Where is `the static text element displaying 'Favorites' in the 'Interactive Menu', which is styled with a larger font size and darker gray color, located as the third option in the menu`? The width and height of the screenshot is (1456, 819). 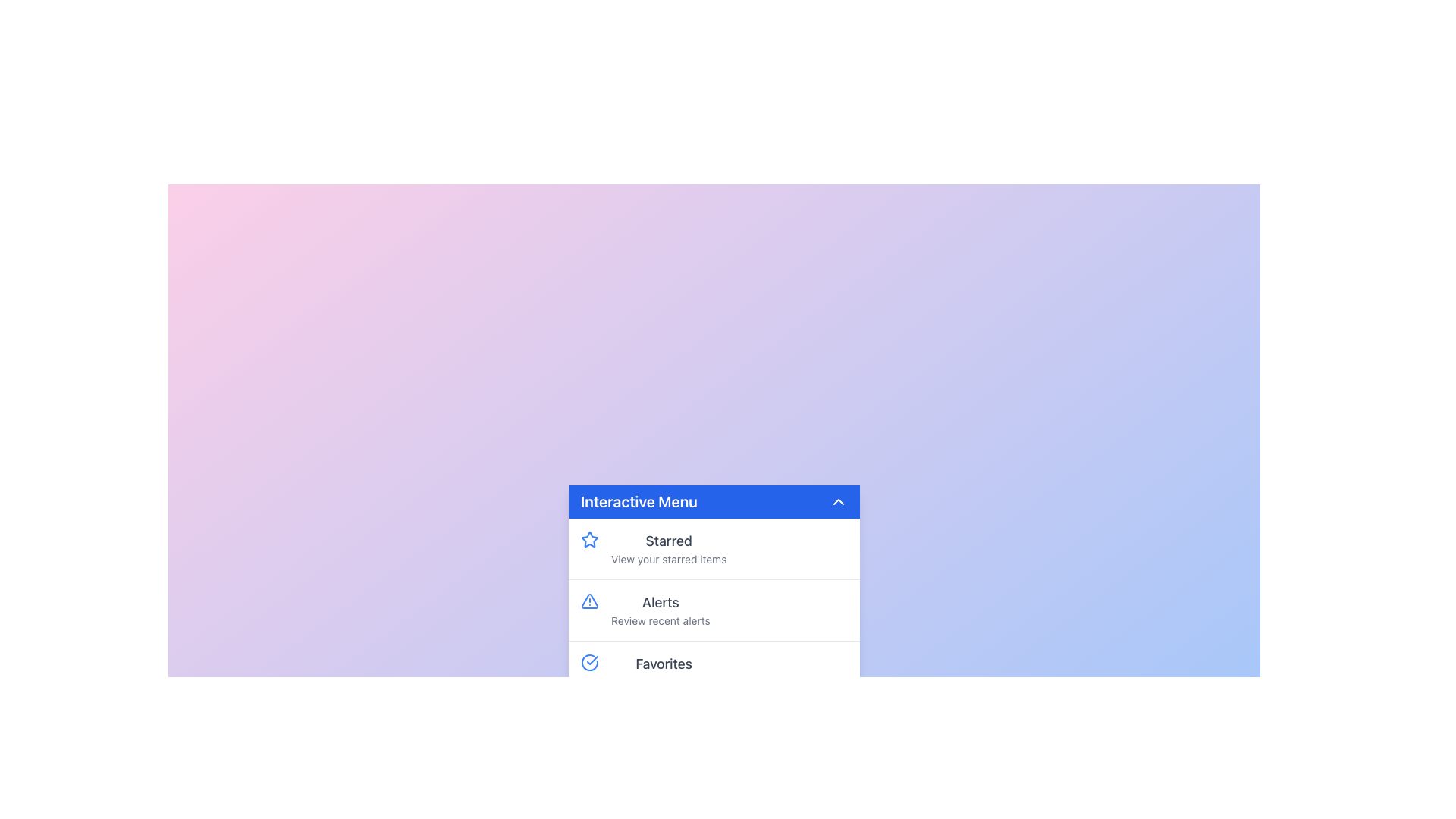
the static text element displaying 'Favorites' in the 'Interactive Menu', which is styled with a larger font size and darker gray color, located as the third option in the menu is located at coordinates (664, 663).